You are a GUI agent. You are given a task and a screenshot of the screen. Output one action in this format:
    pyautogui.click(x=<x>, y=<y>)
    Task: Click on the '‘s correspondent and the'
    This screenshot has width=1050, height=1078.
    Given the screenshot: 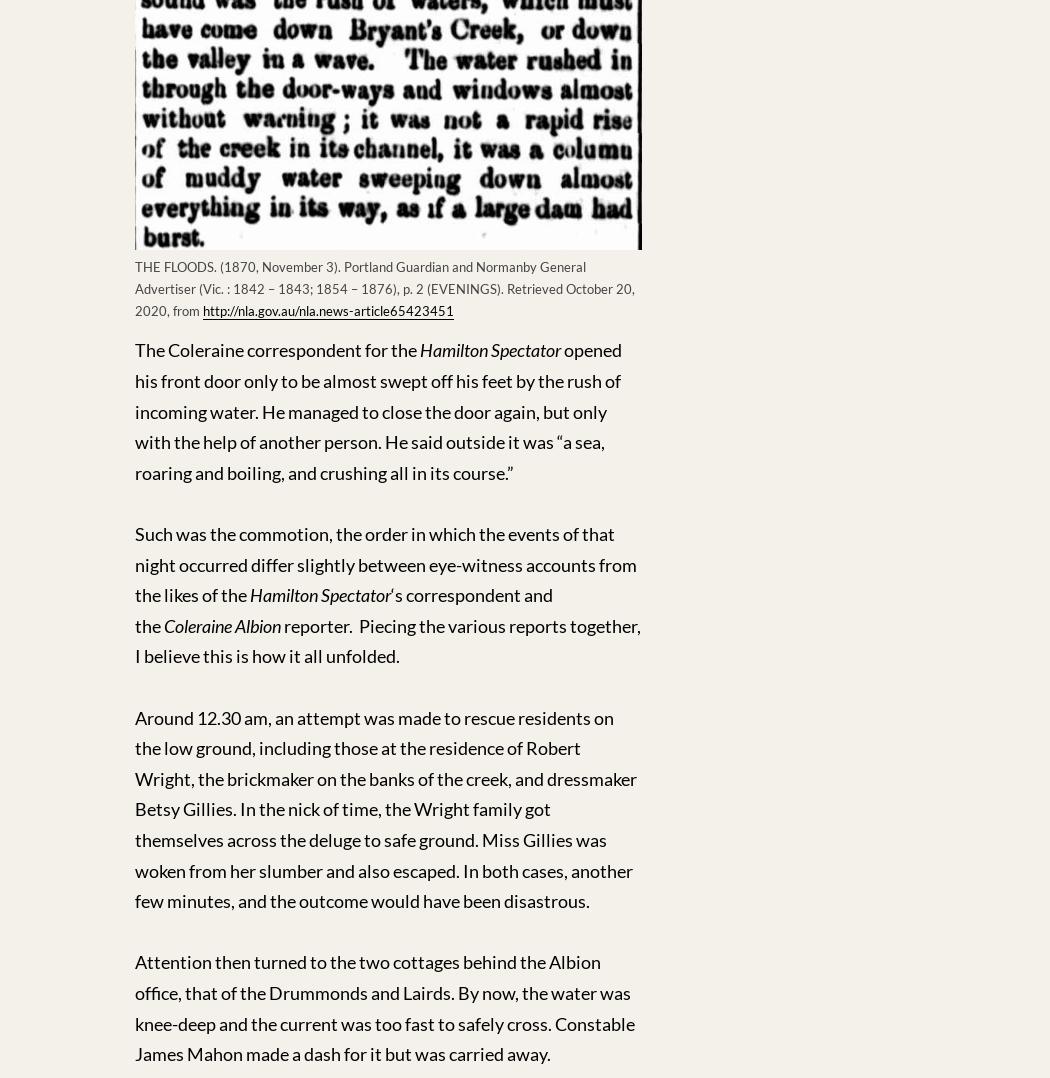 What is the action you would take?
    pyautogui.click(x=134, y=610)
    